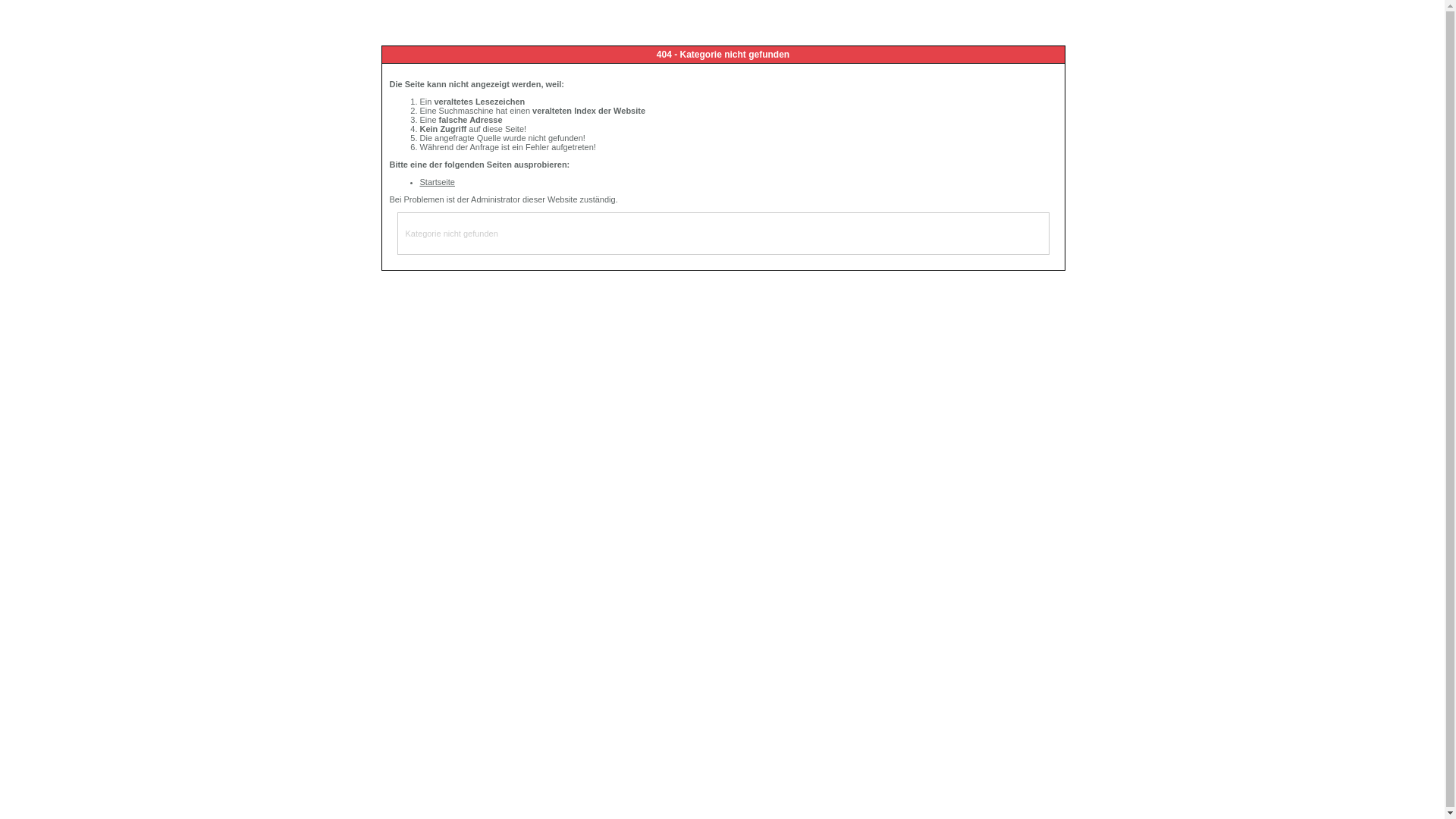 The image size is (1456, 819). I want to click on 'Startseite', so click(436, 180).